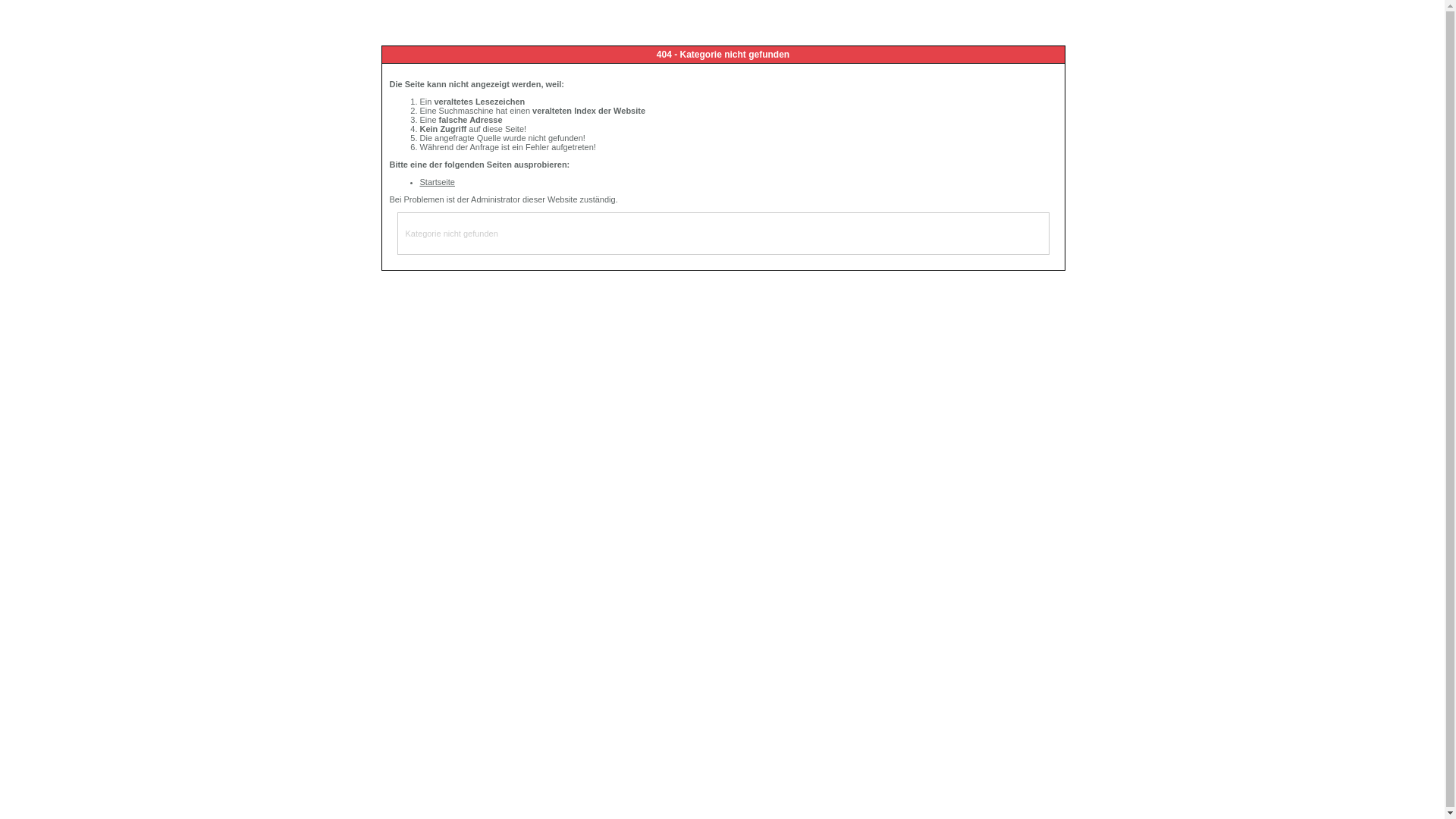 The image size is (1456, 819). I want to click on 'Startseite', so click(436, 180).